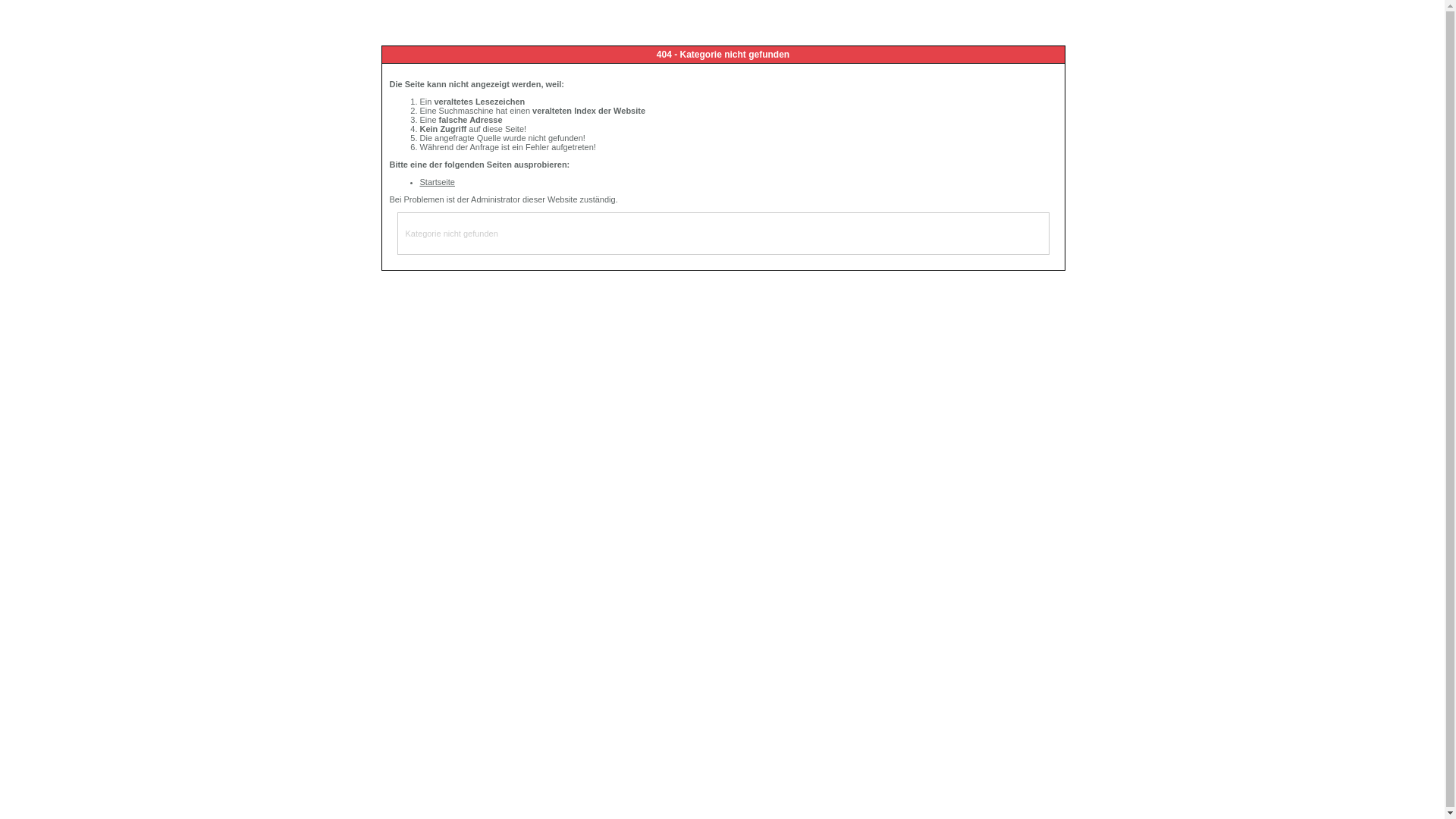 The image size is (1456, 819). I want to click on 'Startseite', so click(436, 180).